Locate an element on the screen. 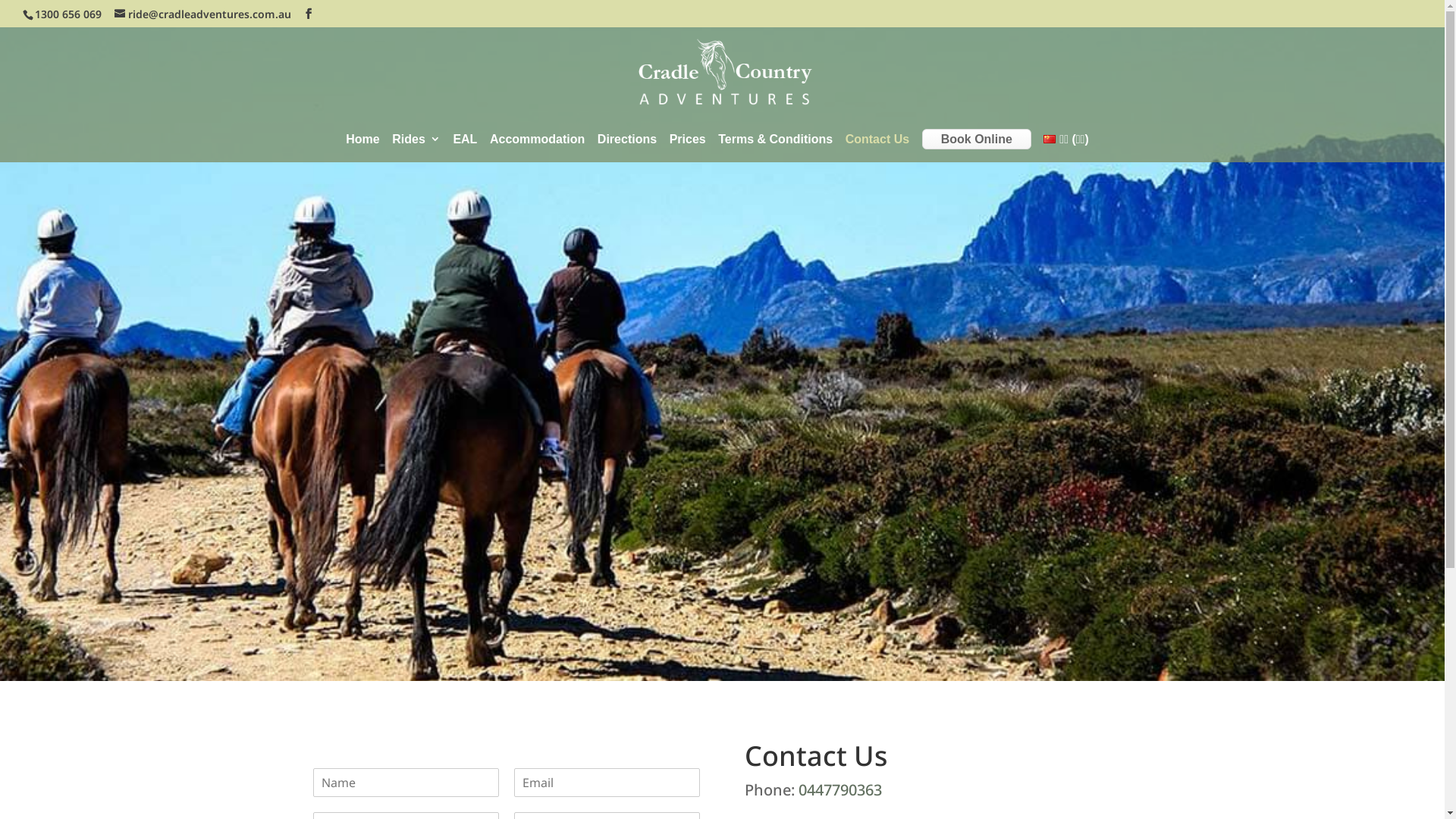 The height and width of the screenshot is (819, 1456). 'Home' is located at coordinates (362, 148).